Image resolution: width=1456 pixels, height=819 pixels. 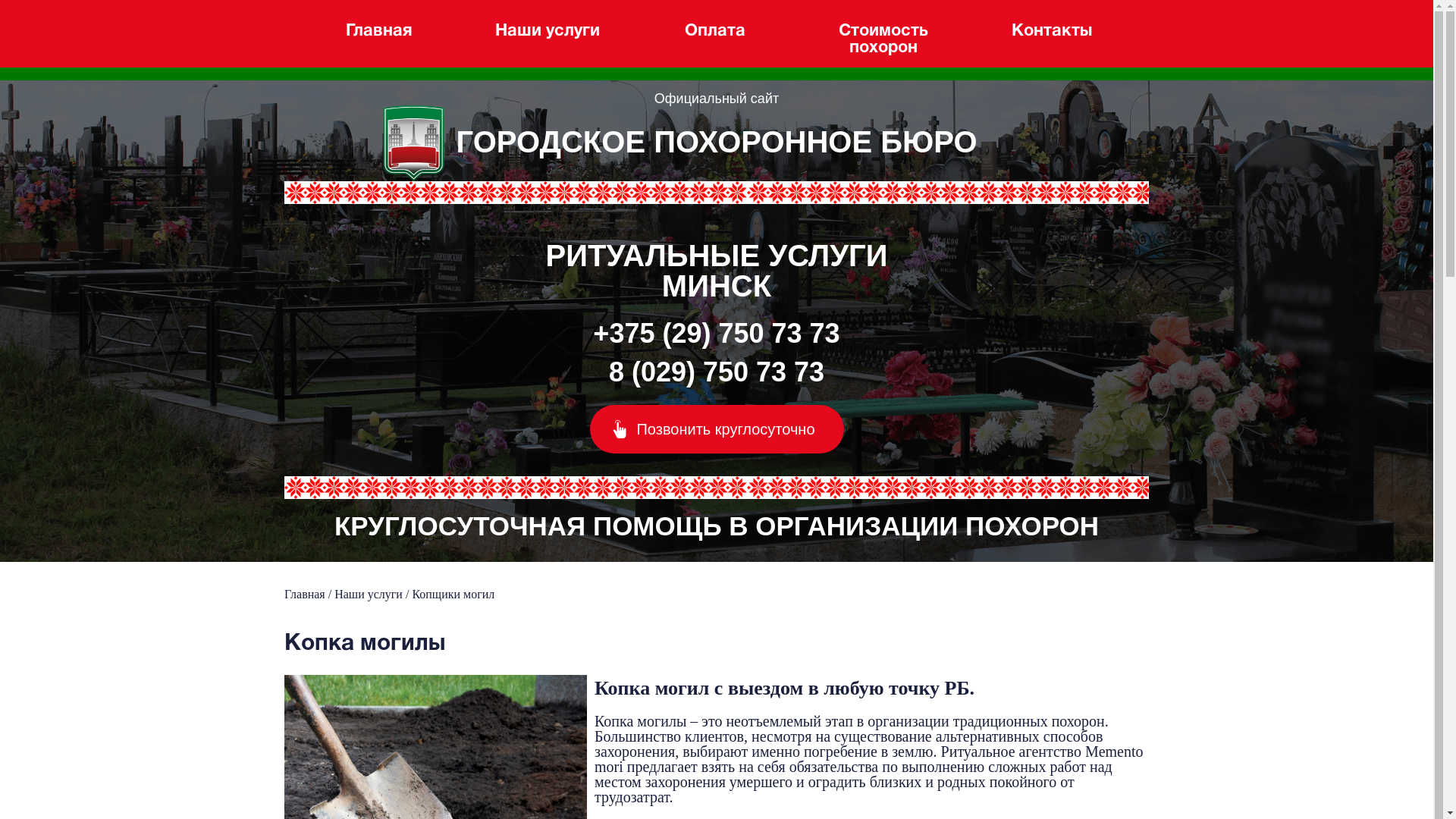 I want to click on '8 (029) 750 73 73', so click(x=716, y=372).